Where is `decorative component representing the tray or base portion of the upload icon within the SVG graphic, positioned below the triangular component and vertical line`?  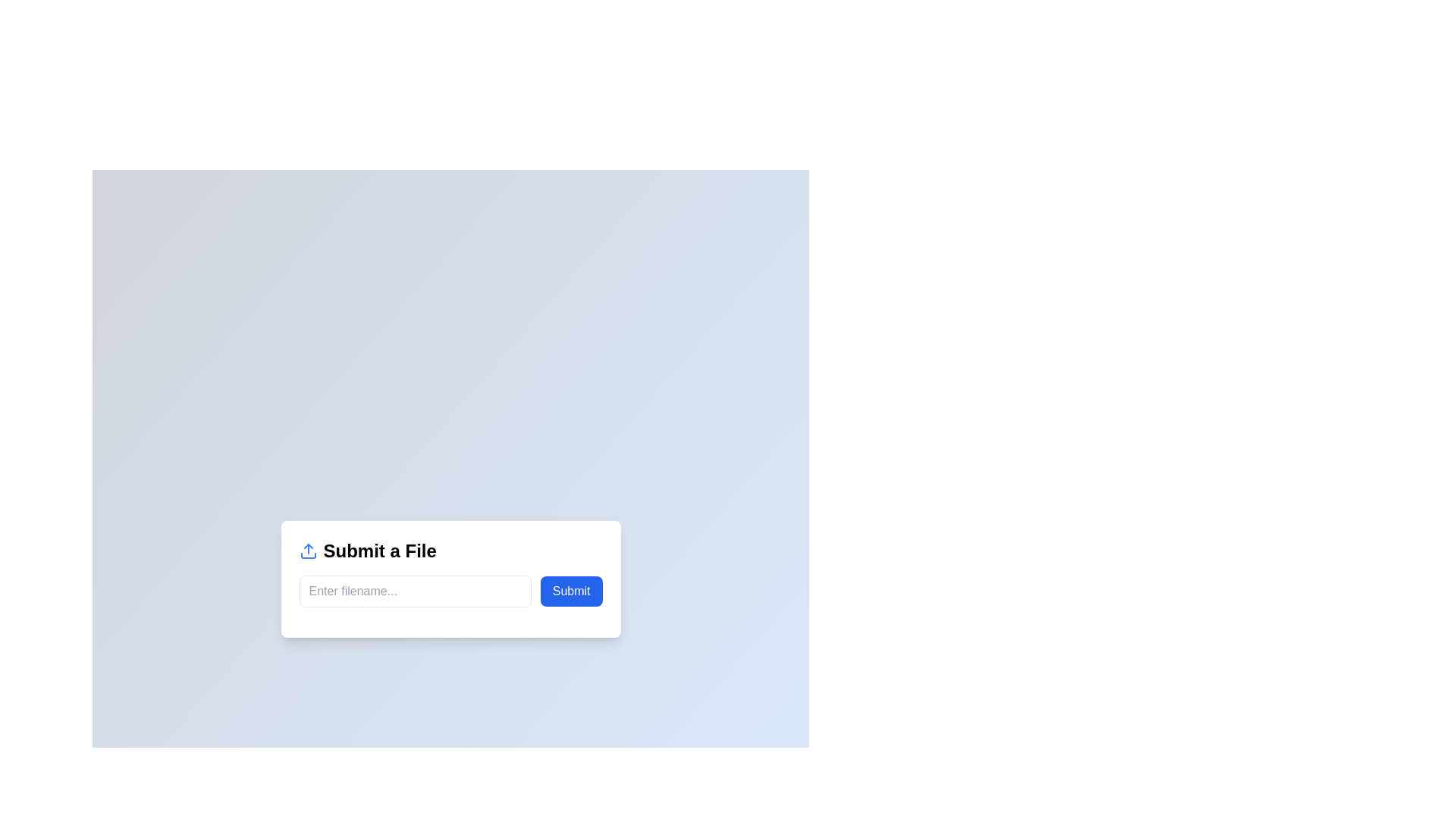 decorative component representing the tray or base portion of the upload icon within the SVG graphic, positioned below the triangular component and vertical line is located at coordinates (307, 555).